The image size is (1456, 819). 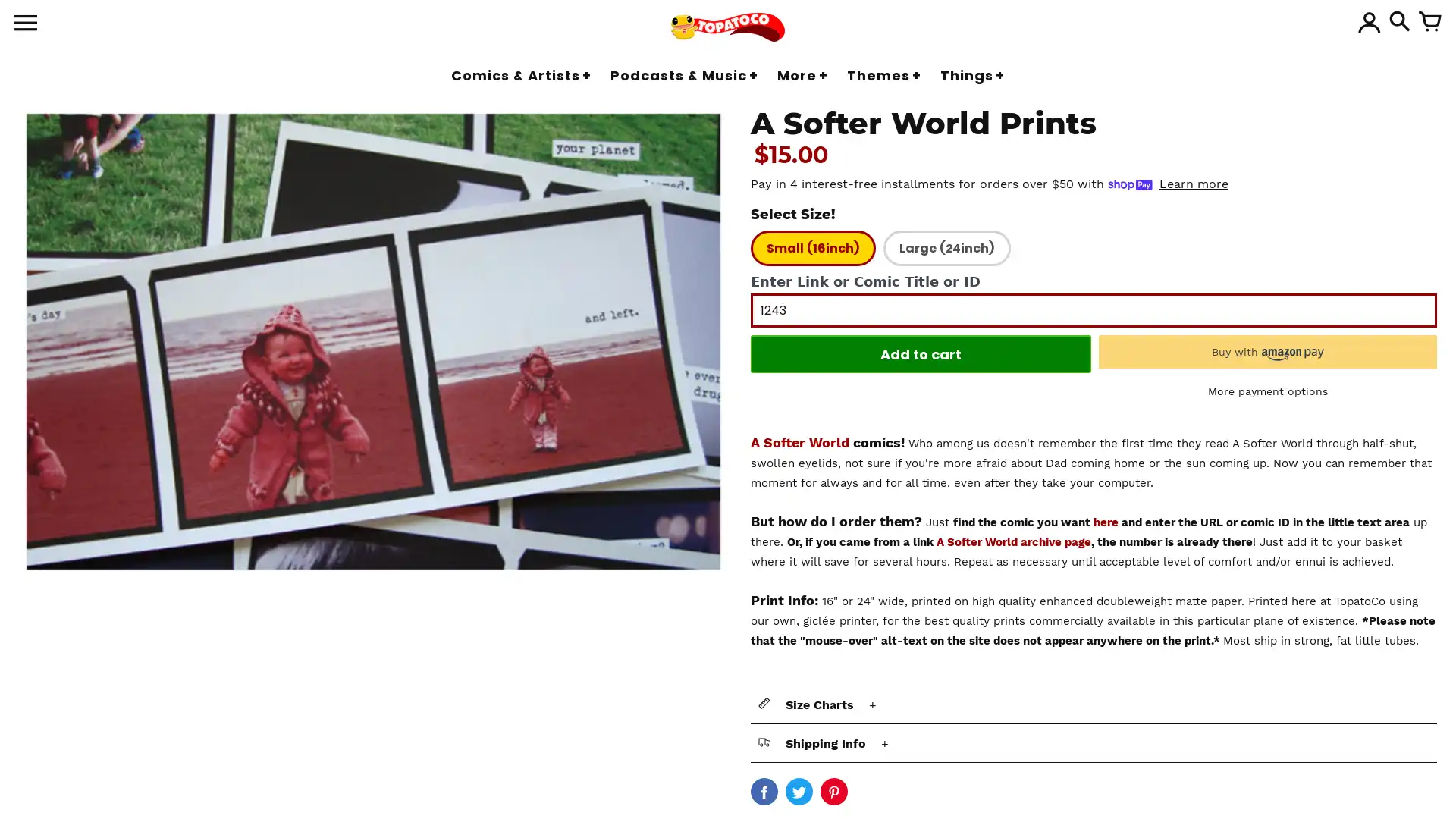 I want to click on Buy now with Amazon Pay, so click(x=1267, y=351).